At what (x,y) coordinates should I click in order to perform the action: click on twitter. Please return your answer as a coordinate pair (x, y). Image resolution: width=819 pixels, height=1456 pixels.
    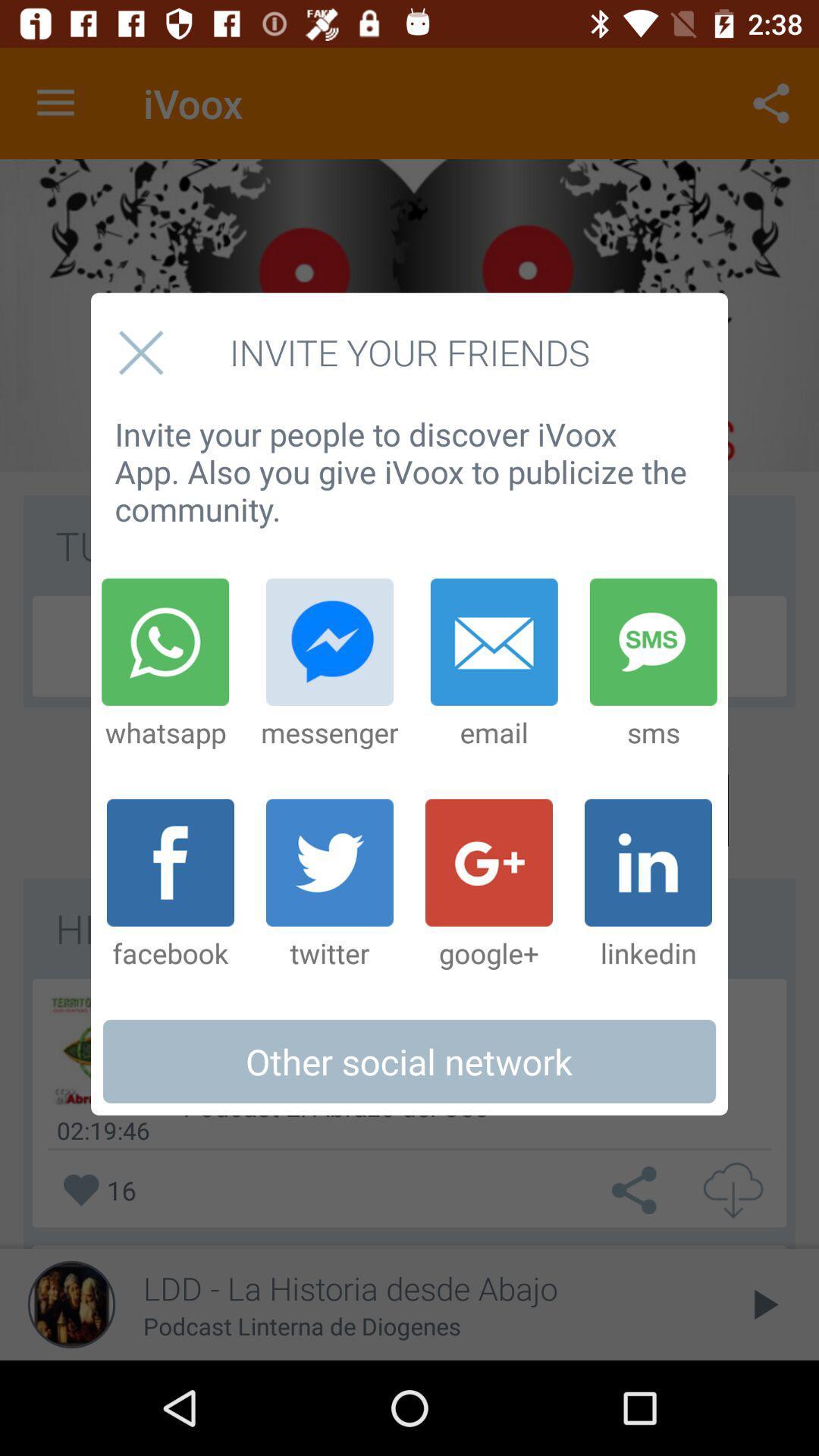
    Looking at the image, I should click on (329, 885).